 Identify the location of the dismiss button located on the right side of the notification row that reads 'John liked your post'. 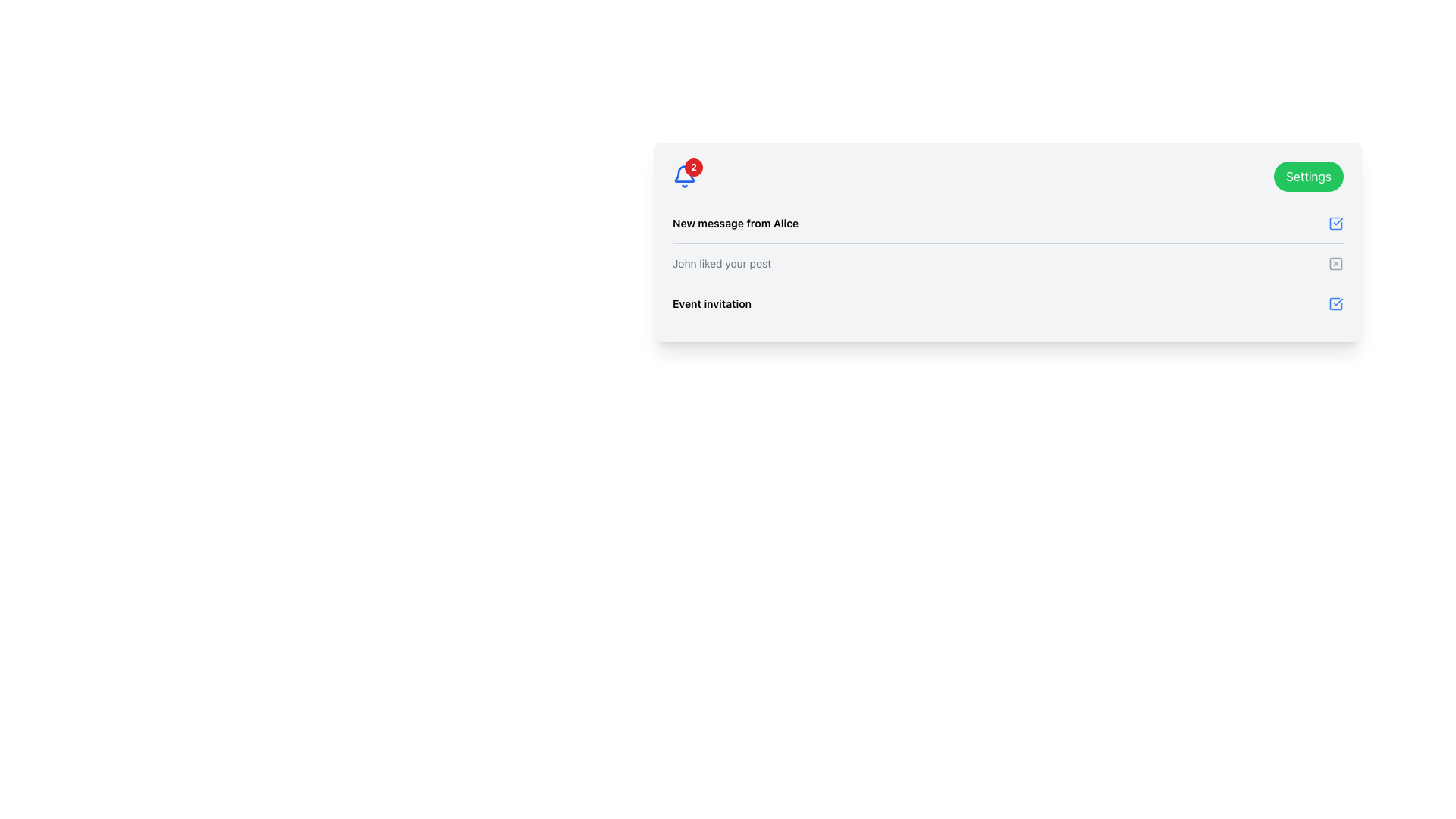
(1335, 262).